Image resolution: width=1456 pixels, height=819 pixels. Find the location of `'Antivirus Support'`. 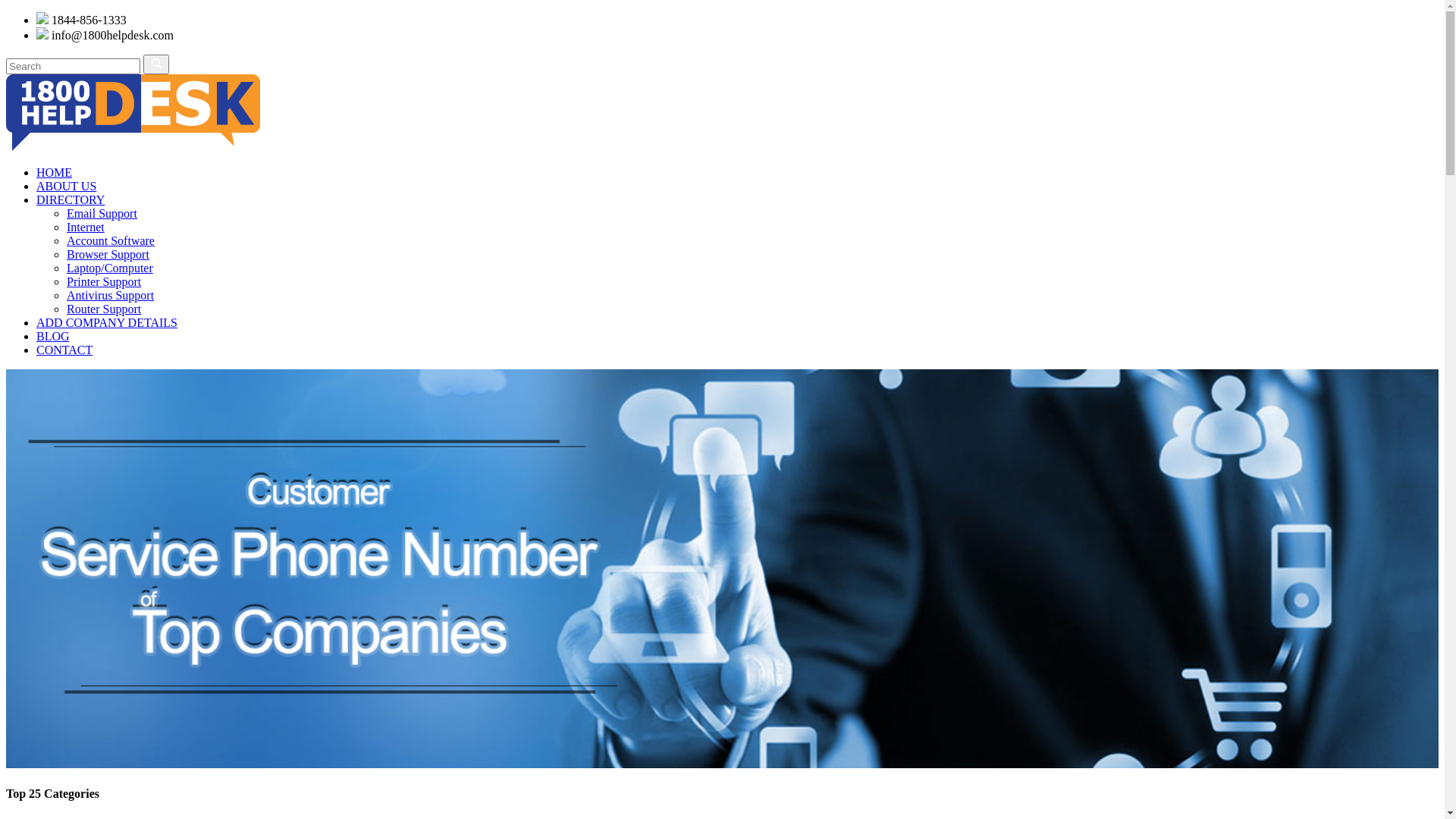

'Antivirus Support' is located at coordinates (109, 295).